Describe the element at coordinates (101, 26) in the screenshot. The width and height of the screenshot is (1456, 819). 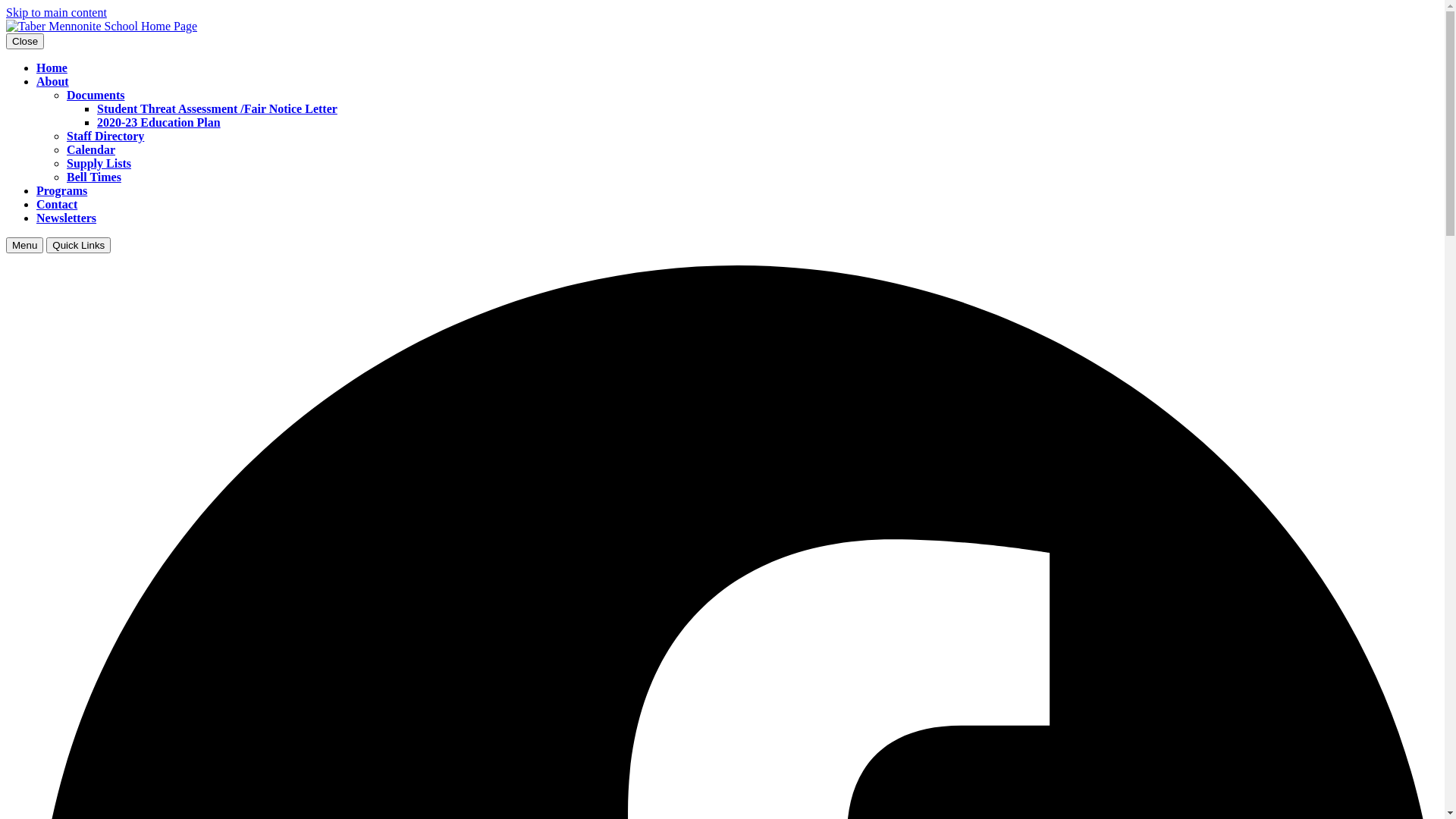
I see `'home'` at that location.